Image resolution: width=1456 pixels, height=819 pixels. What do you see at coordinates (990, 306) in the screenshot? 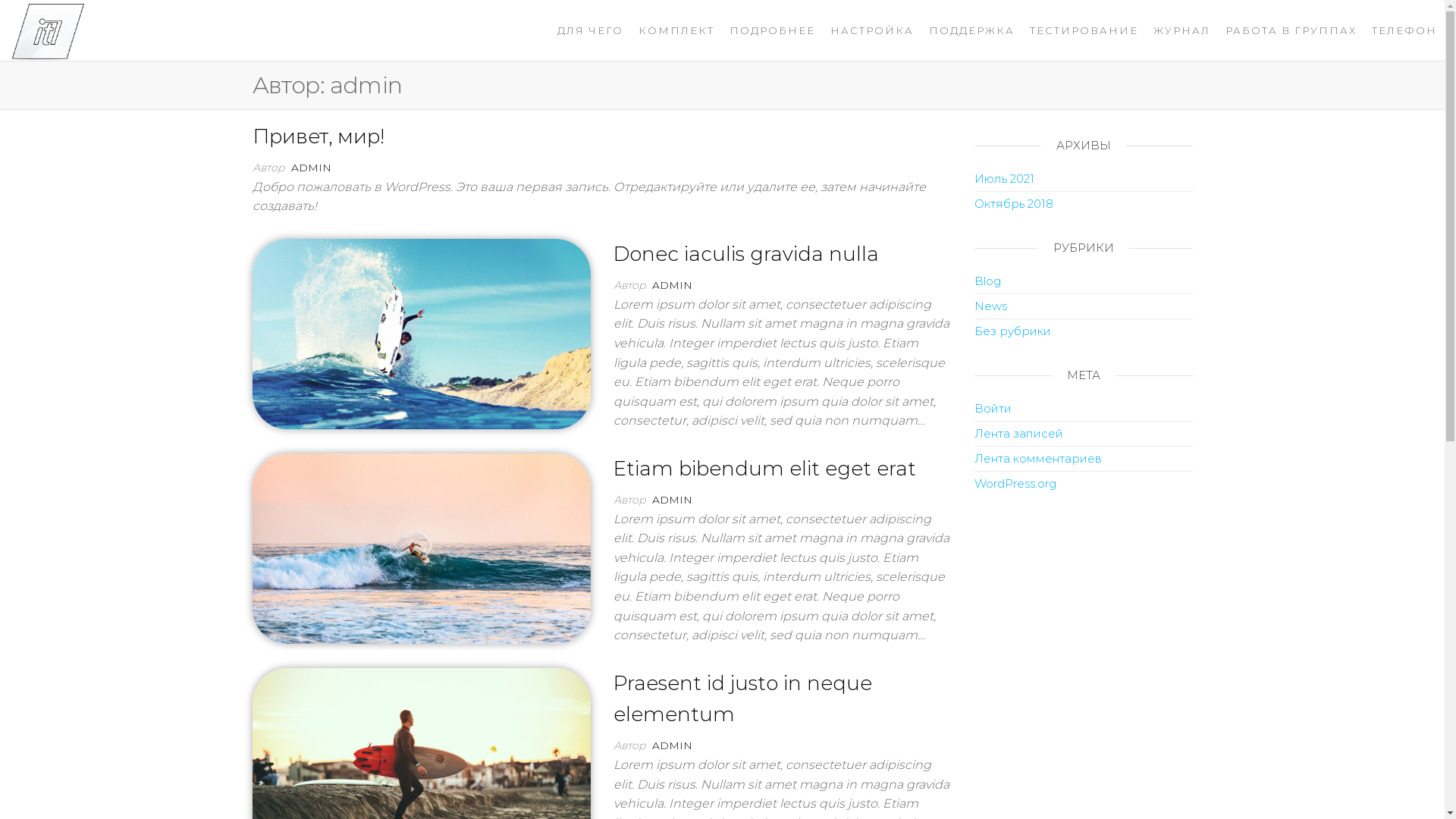
I see `'News'` at bounding box center [990, 306].